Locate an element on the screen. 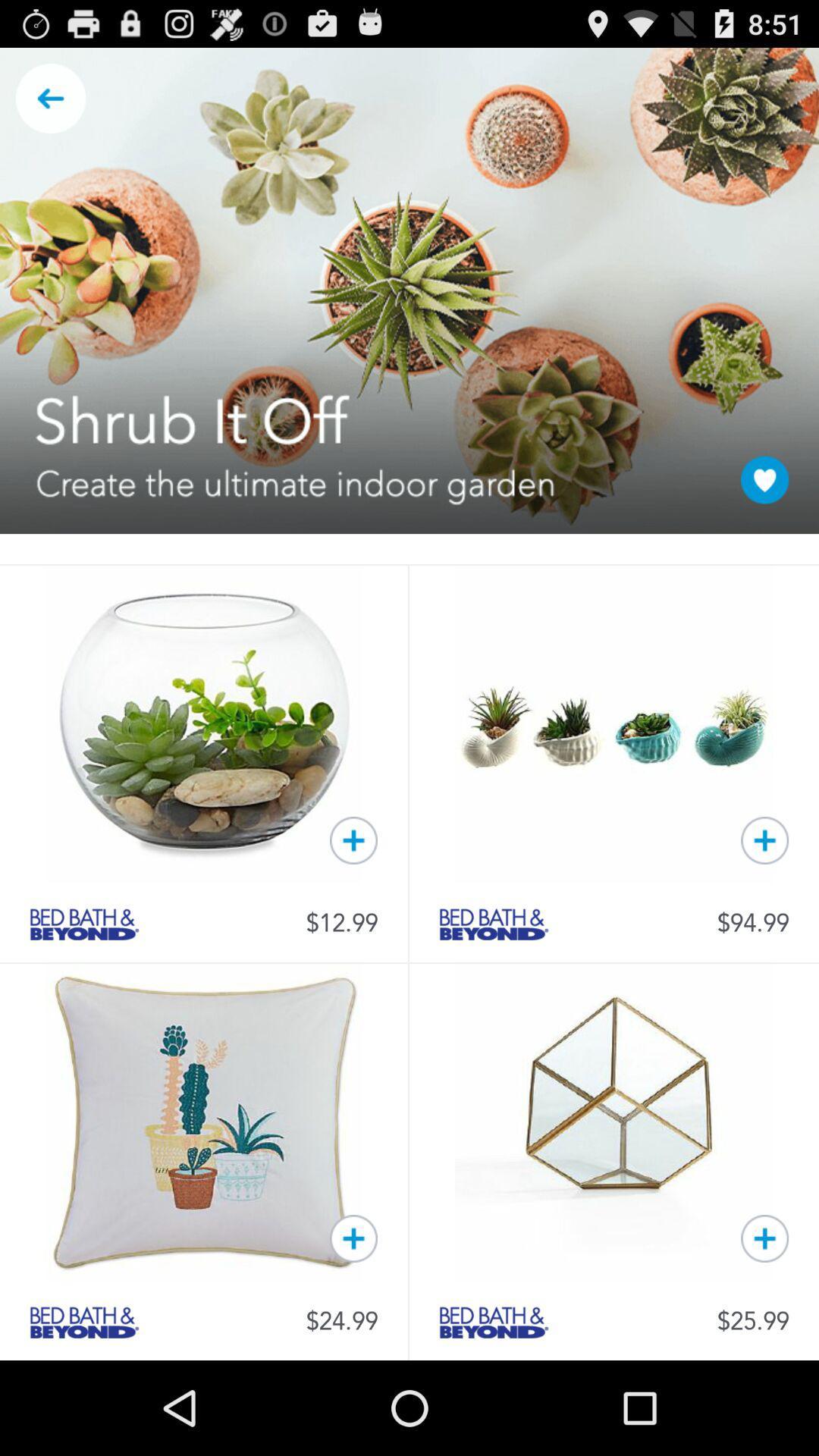  website link is located at coordinates (494, 1322).